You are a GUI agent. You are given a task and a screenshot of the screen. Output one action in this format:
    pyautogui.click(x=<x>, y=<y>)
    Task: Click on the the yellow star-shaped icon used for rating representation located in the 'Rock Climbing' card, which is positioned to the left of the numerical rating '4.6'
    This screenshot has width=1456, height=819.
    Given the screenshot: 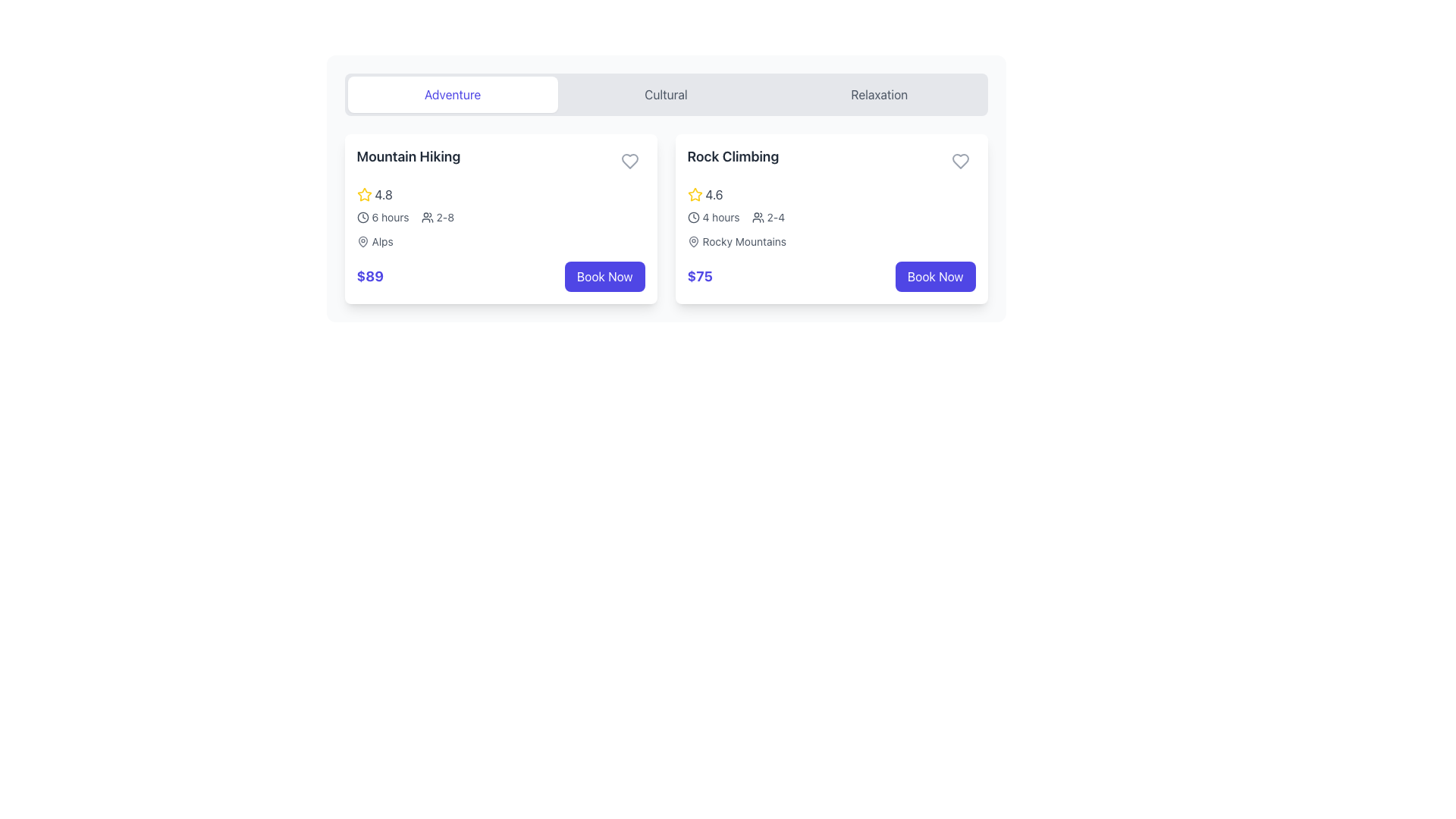 What is the action you would take?
    pyautogui.click(x=694, y=193)
    